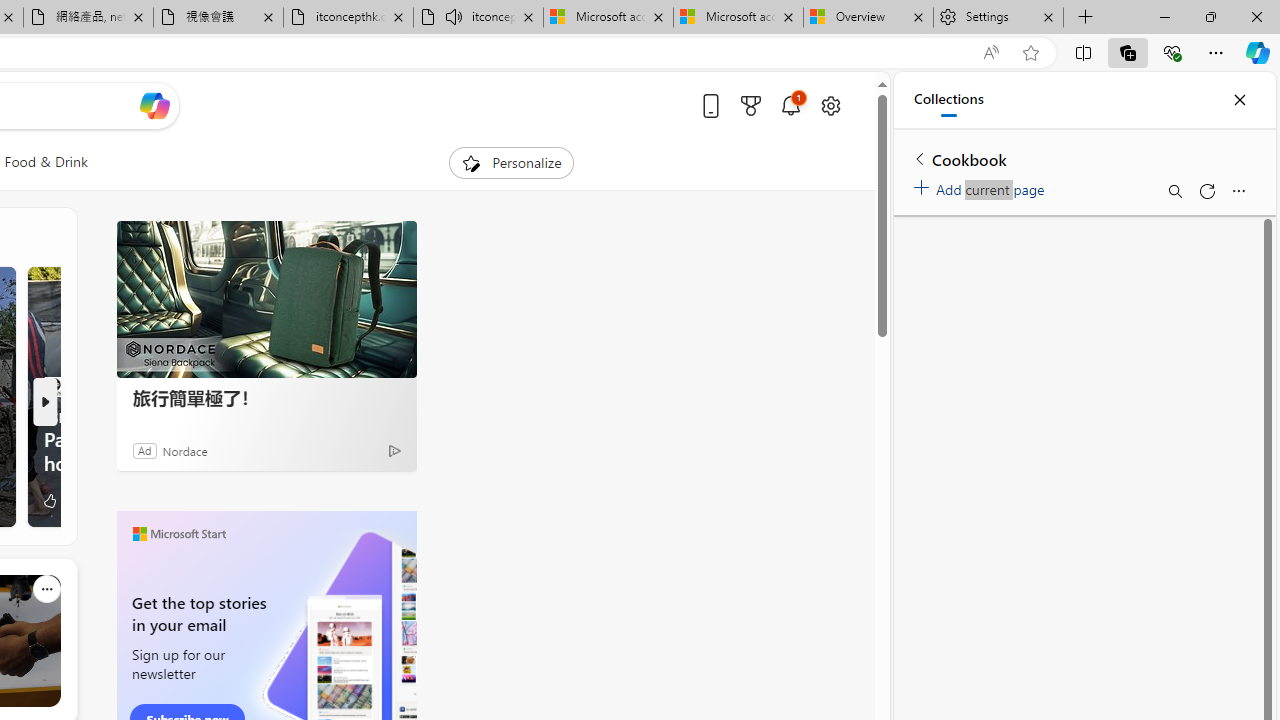  I want to click on 'More options menu', so click(1237, 191).